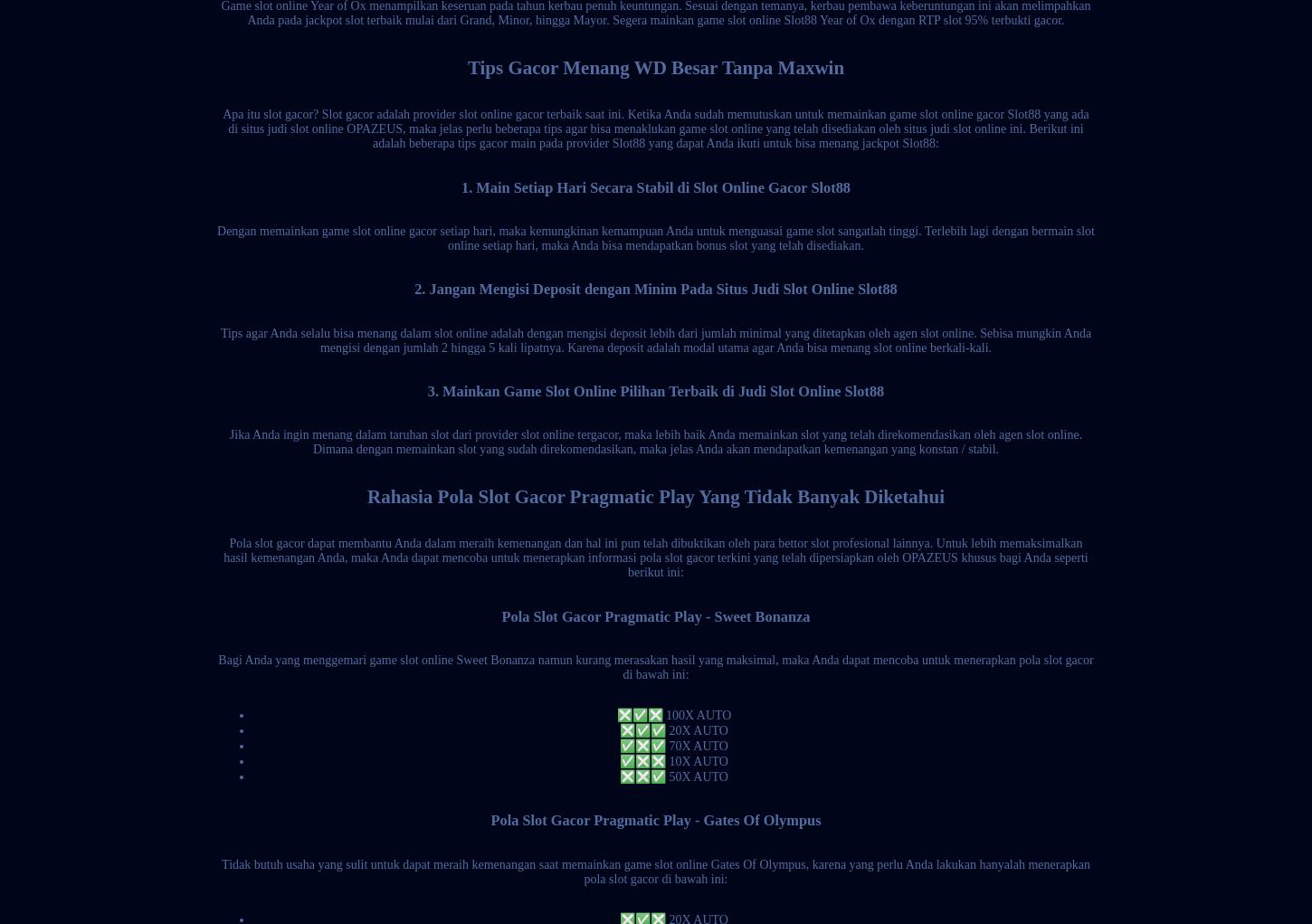 Image resolution: width=1312 pixels, height=924 pixels. What do you see at coordinates (673, 760) in the screenshot?
I see `'✅❎❎ 10X AUTO'` at bounding box center [673, 760].